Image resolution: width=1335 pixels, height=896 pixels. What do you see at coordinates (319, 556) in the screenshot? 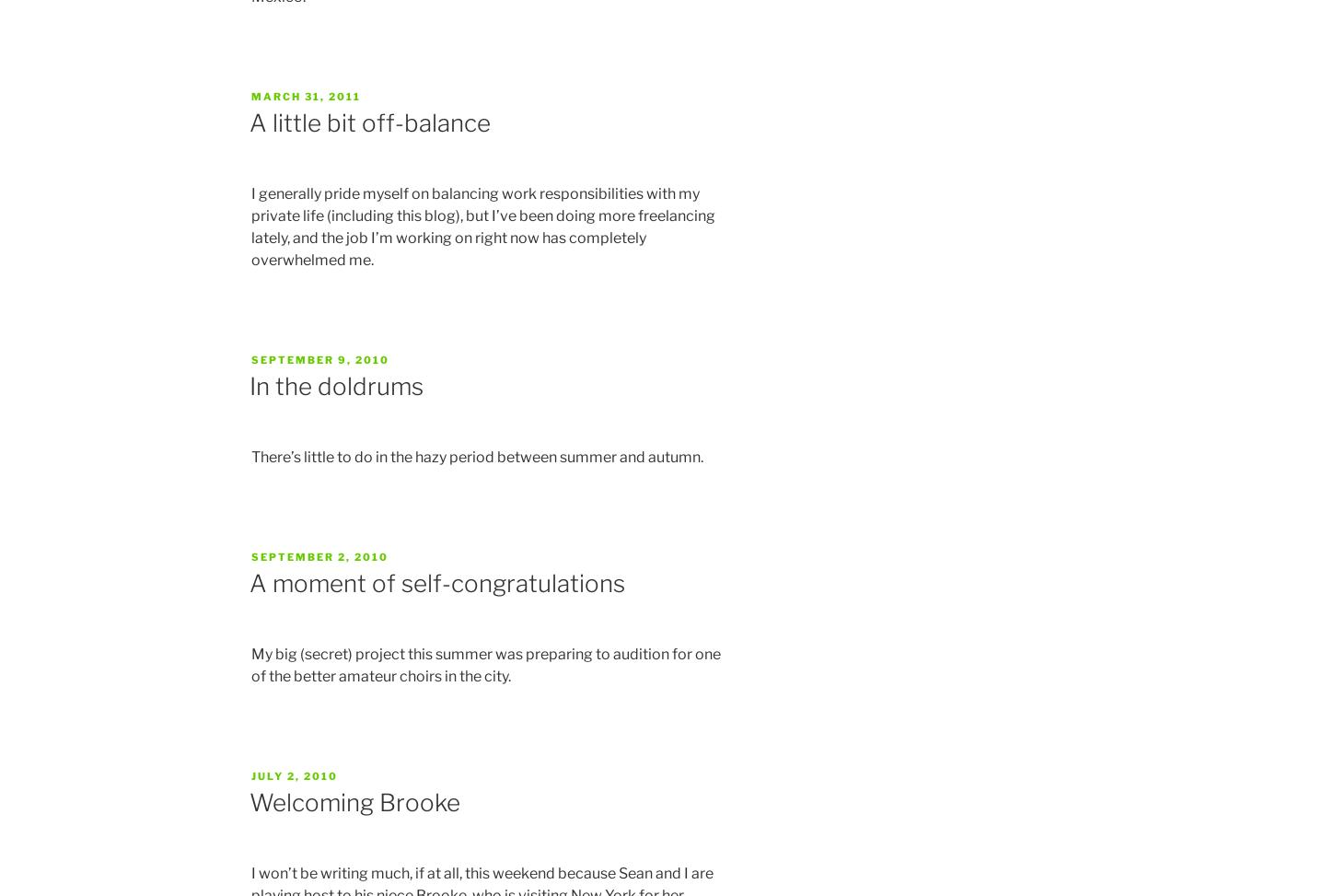
I see `'September 2, 2010'` at bounding box center [319, 556].